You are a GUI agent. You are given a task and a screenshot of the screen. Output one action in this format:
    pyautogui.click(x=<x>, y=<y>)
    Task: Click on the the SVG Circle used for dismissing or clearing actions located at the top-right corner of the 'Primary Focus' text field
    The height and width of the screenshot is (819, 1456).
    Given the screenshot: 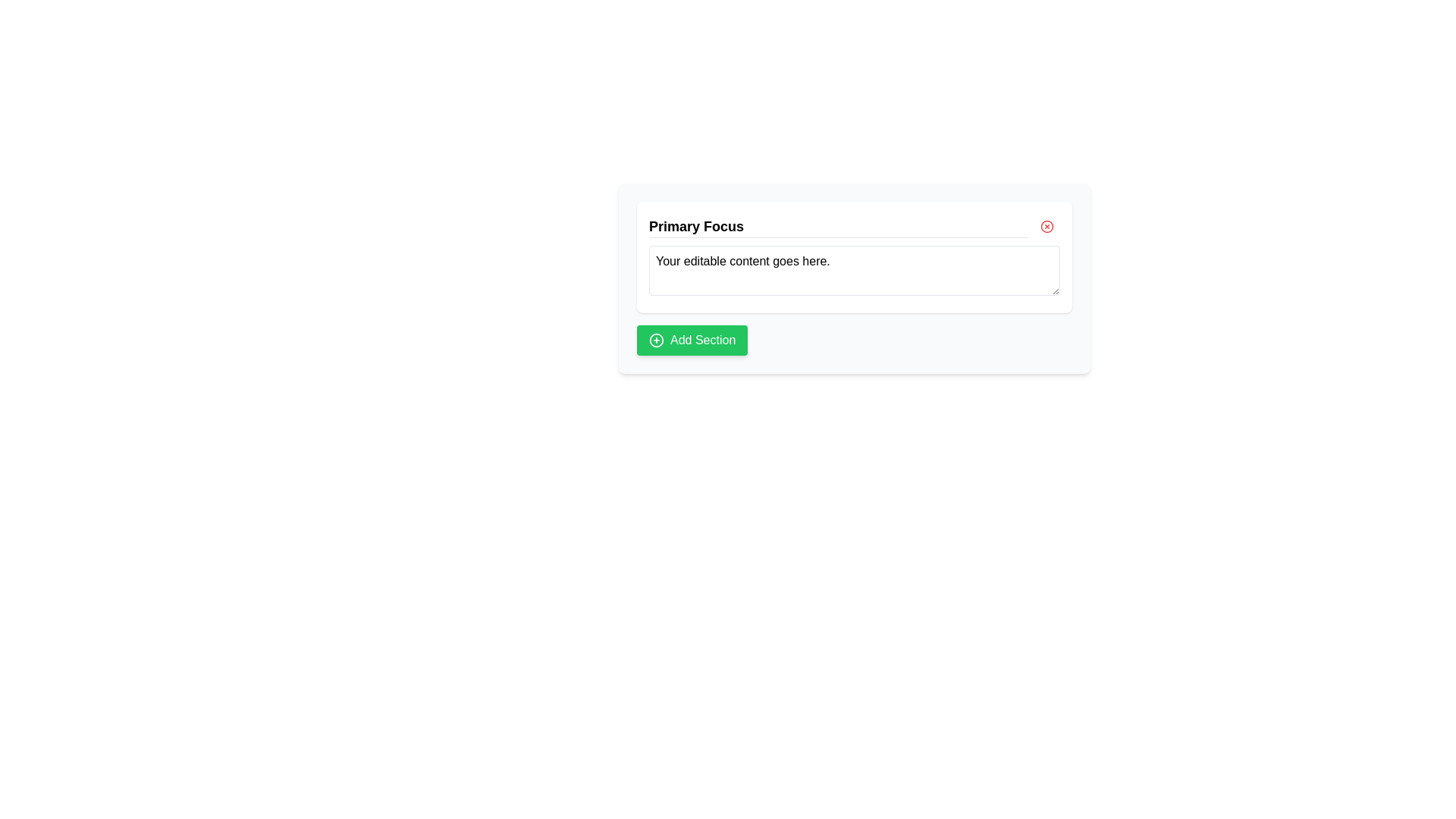 What is the action you would take?
    pyautogui.click(x=1046, y=227)
    